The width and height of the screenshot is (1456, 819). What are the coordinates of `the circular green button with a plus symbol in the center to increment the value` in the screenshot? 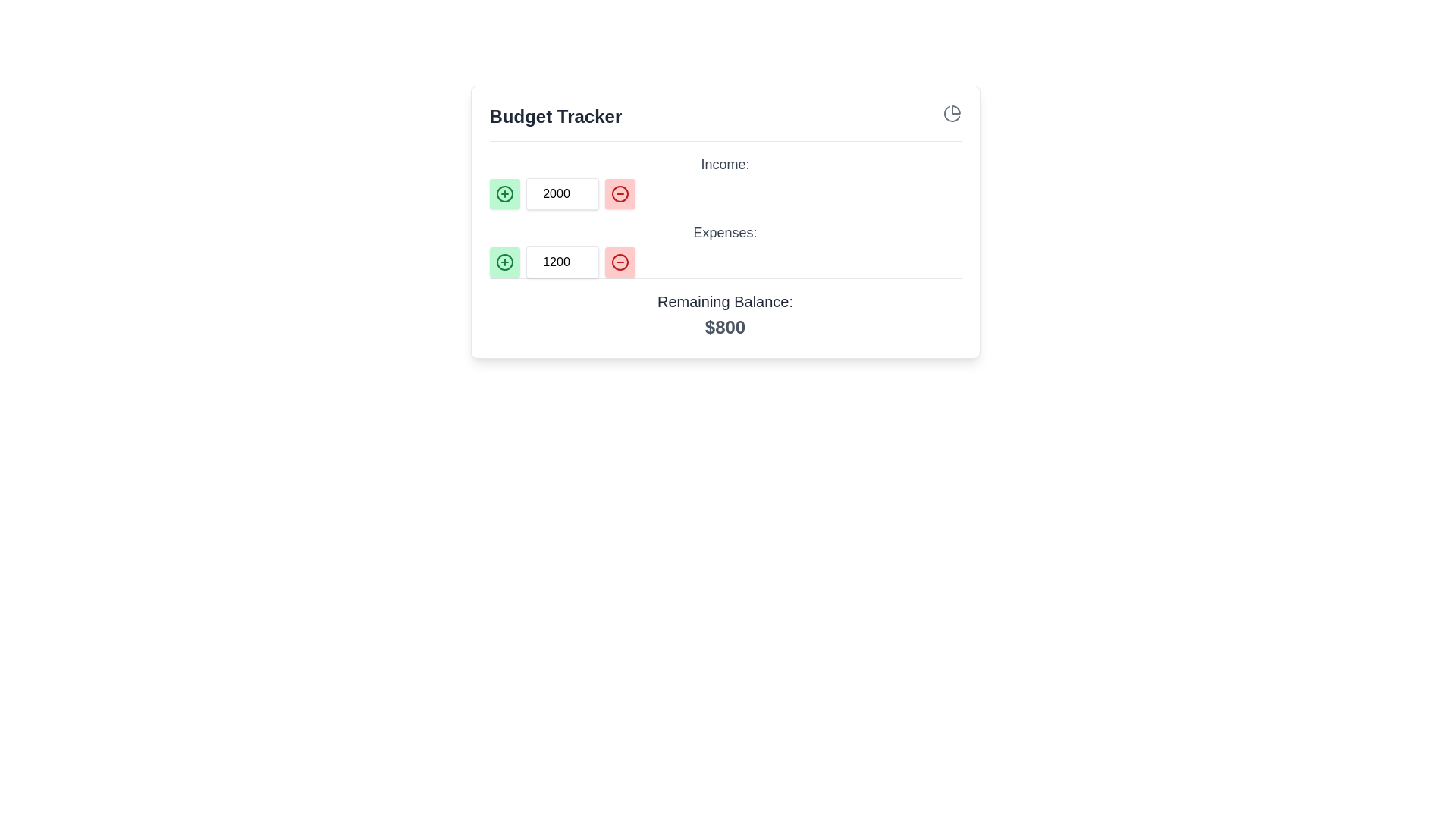 It's located at (504, 193).